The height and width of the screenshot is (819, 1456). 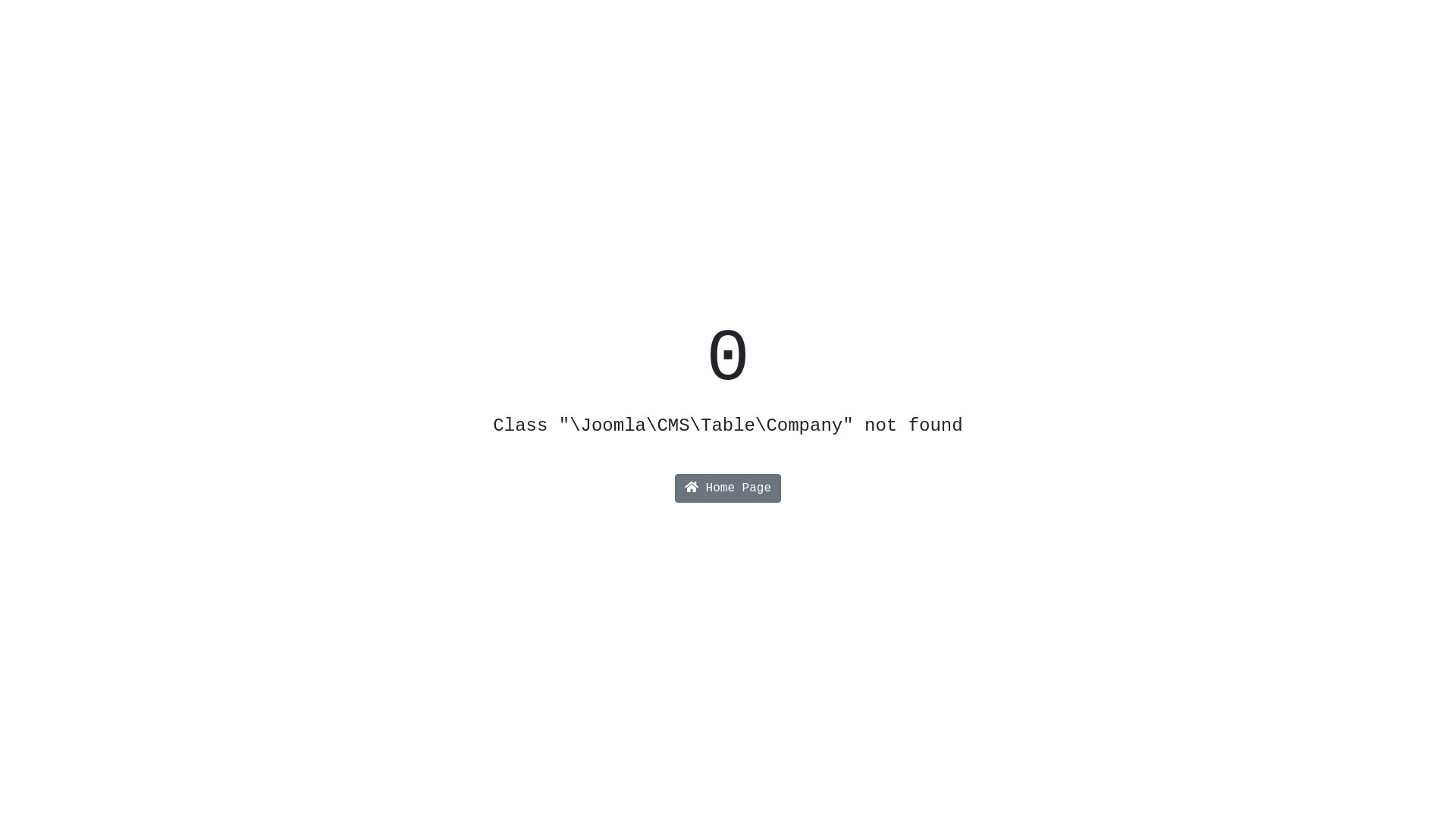 What do you see at coordinates (728, 488) in the screenshot?
I see `'Home Page'` at bounding box center [728, 488].